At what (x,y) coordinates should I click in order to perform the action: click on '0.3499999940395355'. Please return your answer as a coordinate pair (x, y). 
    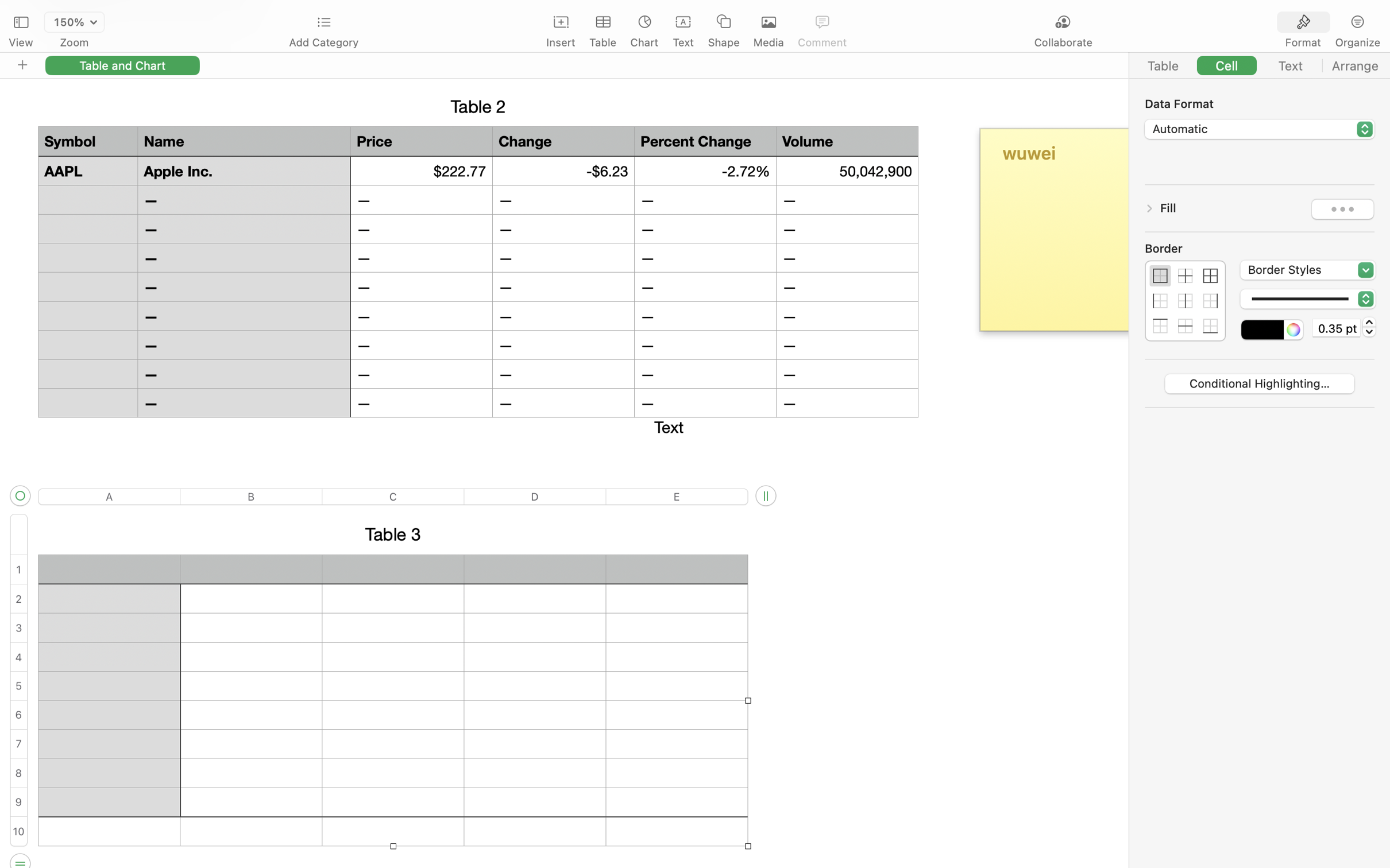
    Looking at the image, I should click on (1369, 327).